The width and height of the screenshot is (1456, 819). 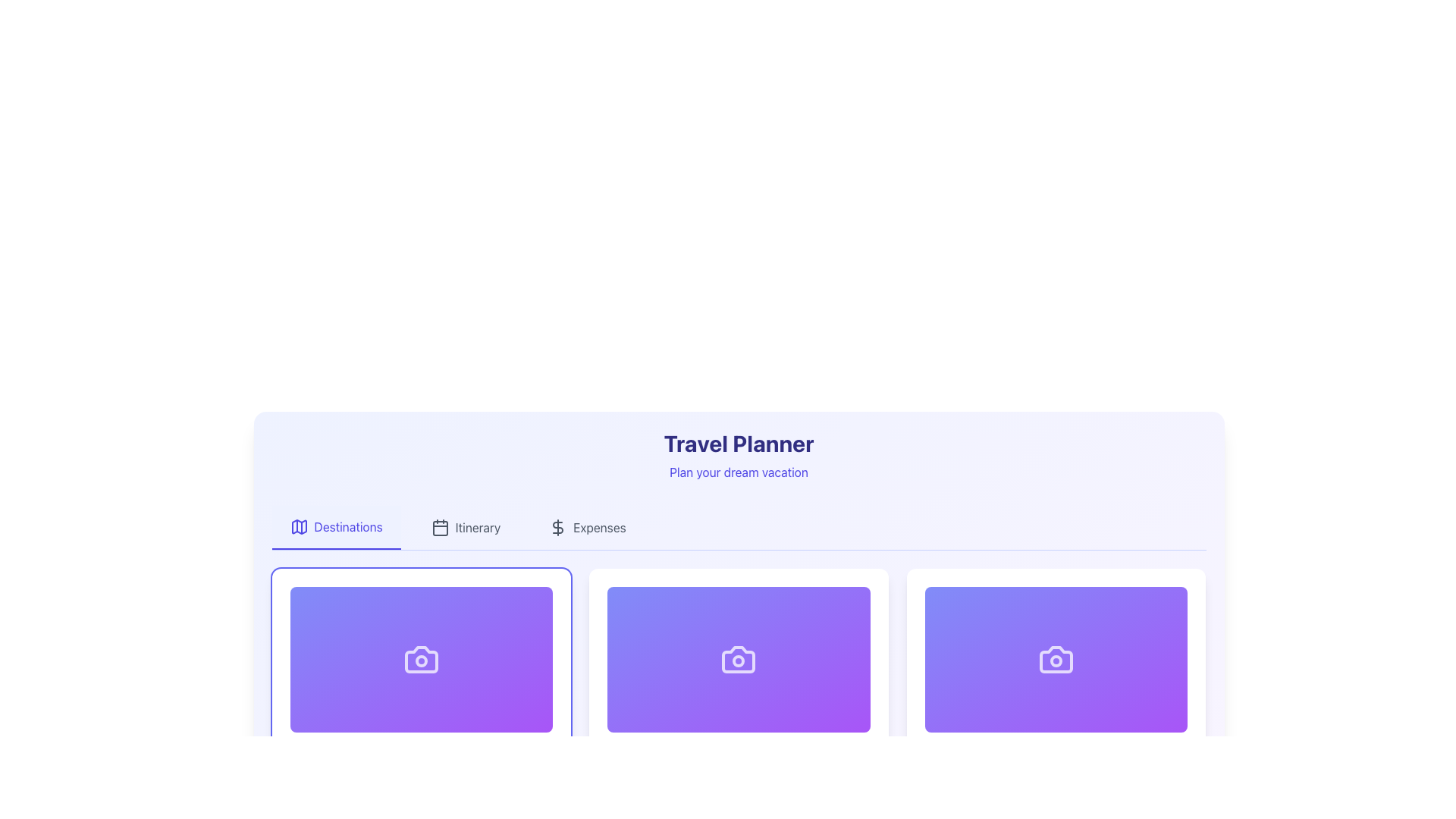 I want to click on the camera icon in the second card from the left, located under the 'Travel Planner' title, which features a minimalistic white camera design on a purple gradient background, so click(x=739, y=659).